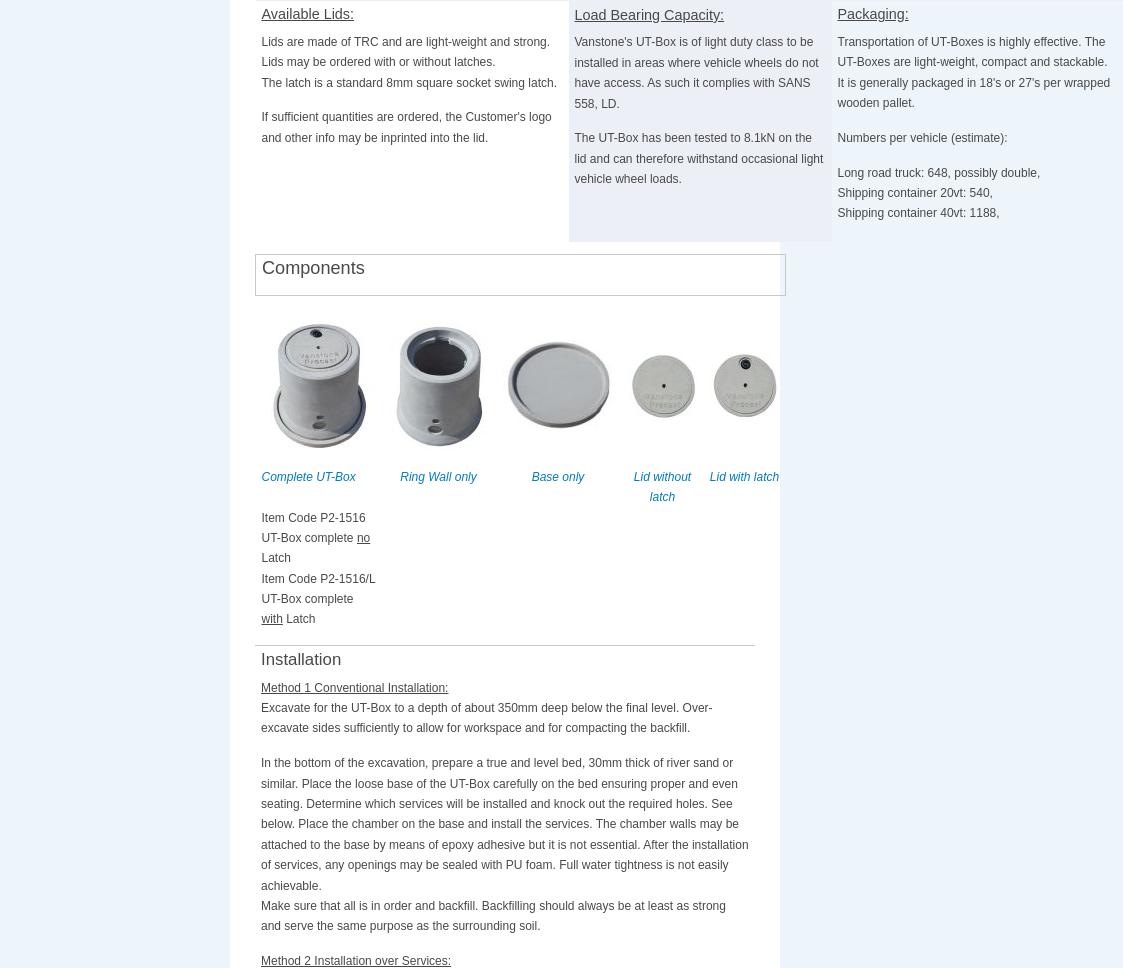 The width and height of the screenshot is (1123, 968). Describe the element at coordinates (260, 474) in the screenshot. I see `'Complete UT-Box'` at that location.